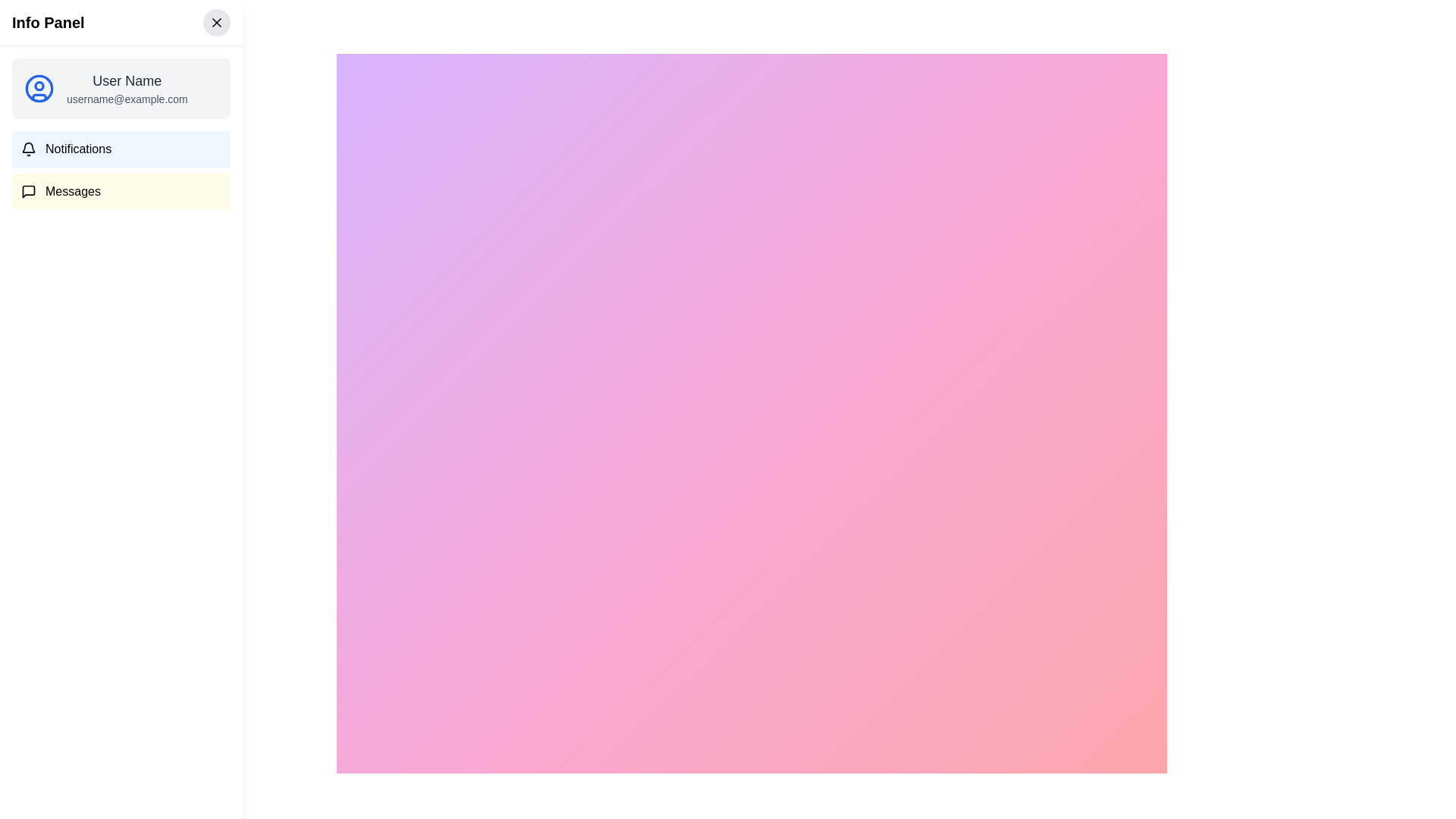 The image size is (1456, 819). I want to click on the notifications button located below the user information section and above the Messages button for keyboard interaction, so click(120, 149).